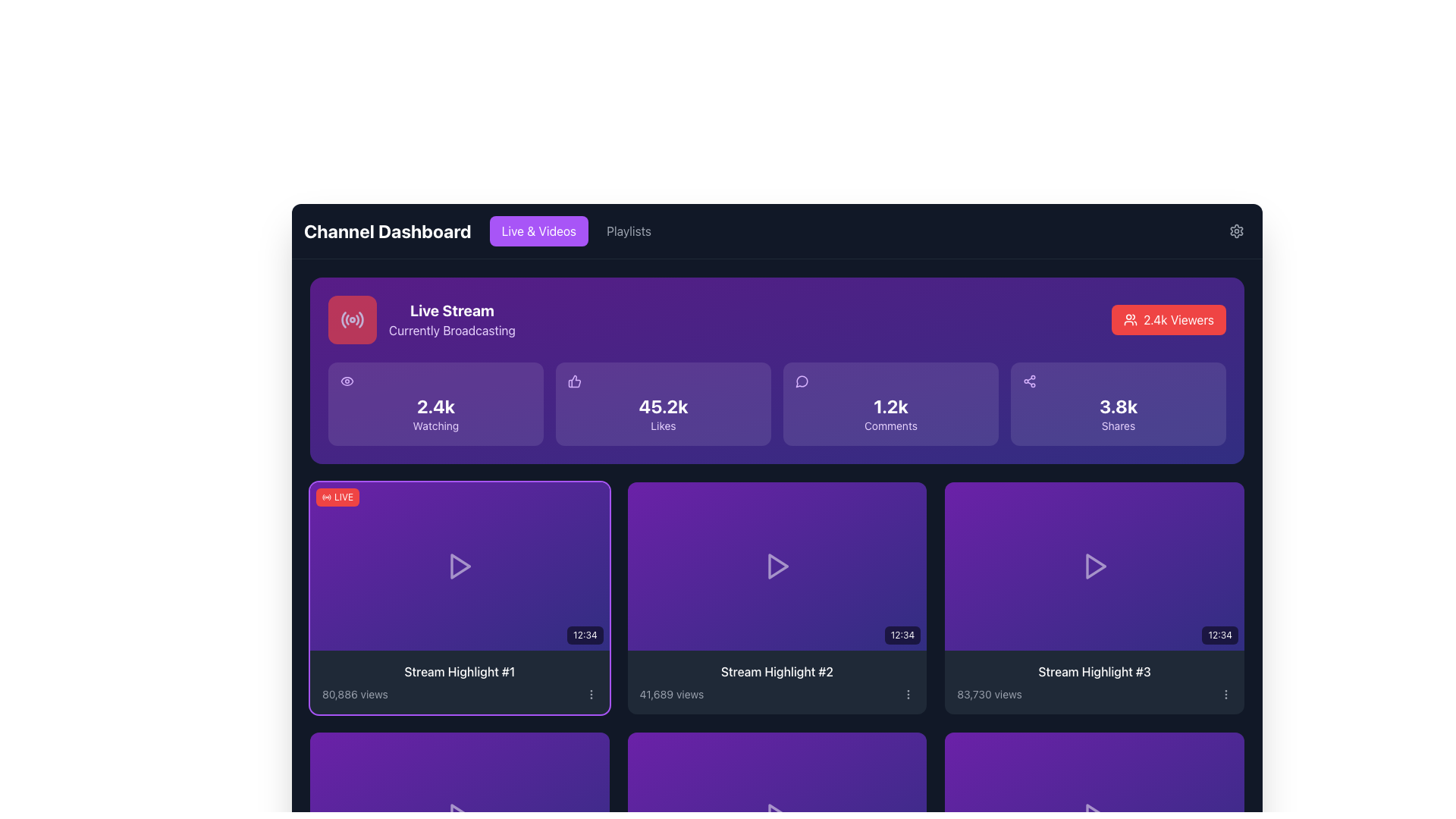 This screenshot has height=819, width=1456. I want to click on the clickable video thumbnail displaying the duration '12:34', so click(777, 566).